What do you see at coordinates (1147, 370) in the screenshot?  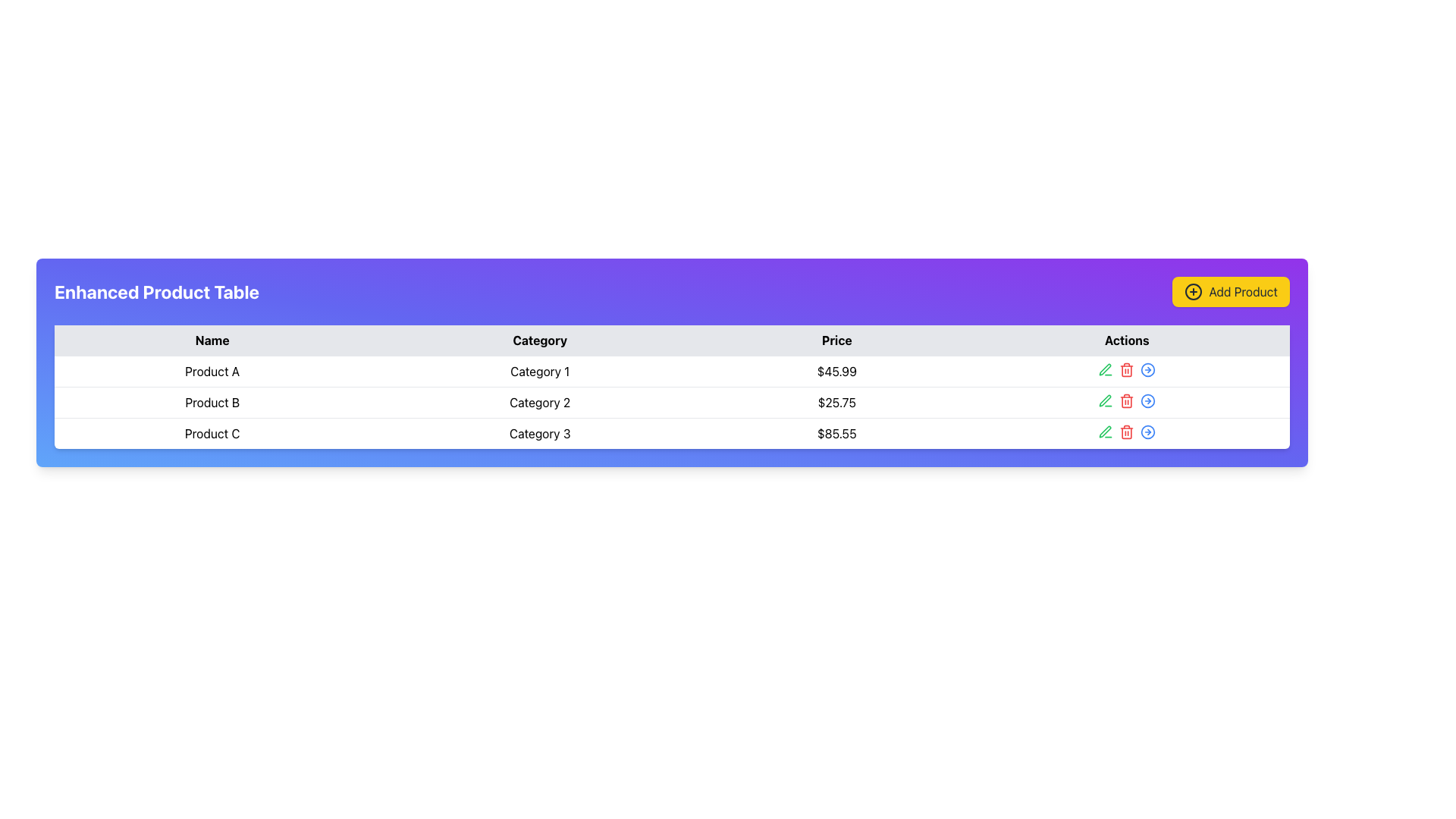 I see `the button located in the 'Actions' column of the third row of the product table` at bounding box center [1147, 370].